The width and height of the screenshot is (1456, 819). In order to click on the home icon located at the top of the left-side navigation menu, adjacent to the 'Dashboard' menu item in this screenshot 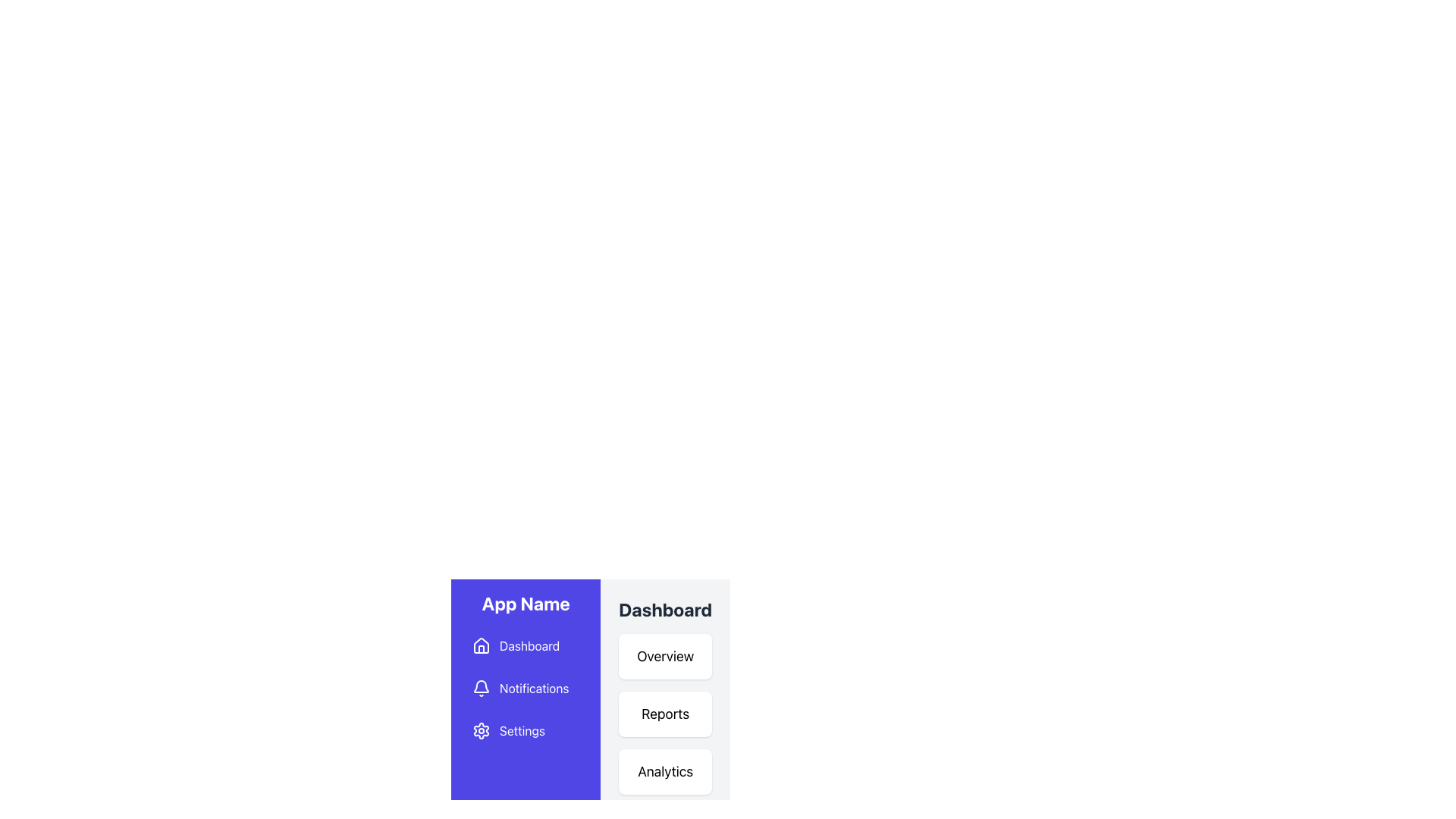, I will do `click(480, 646)`.